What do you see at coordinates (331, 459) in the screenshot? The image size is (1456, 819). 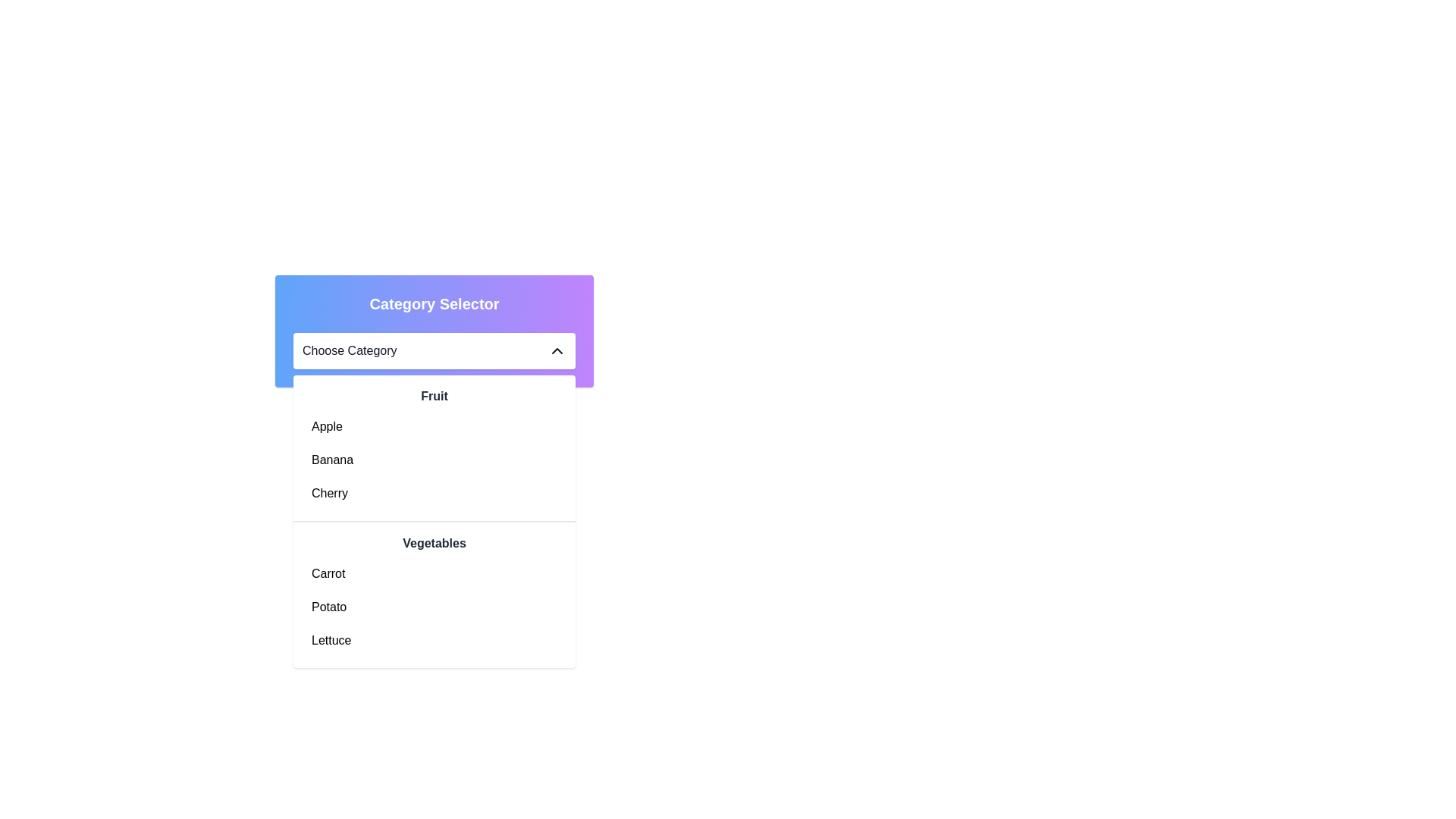 I see `the text item 'Banana' in the dropdown menu` at bounding box center [331, 459].